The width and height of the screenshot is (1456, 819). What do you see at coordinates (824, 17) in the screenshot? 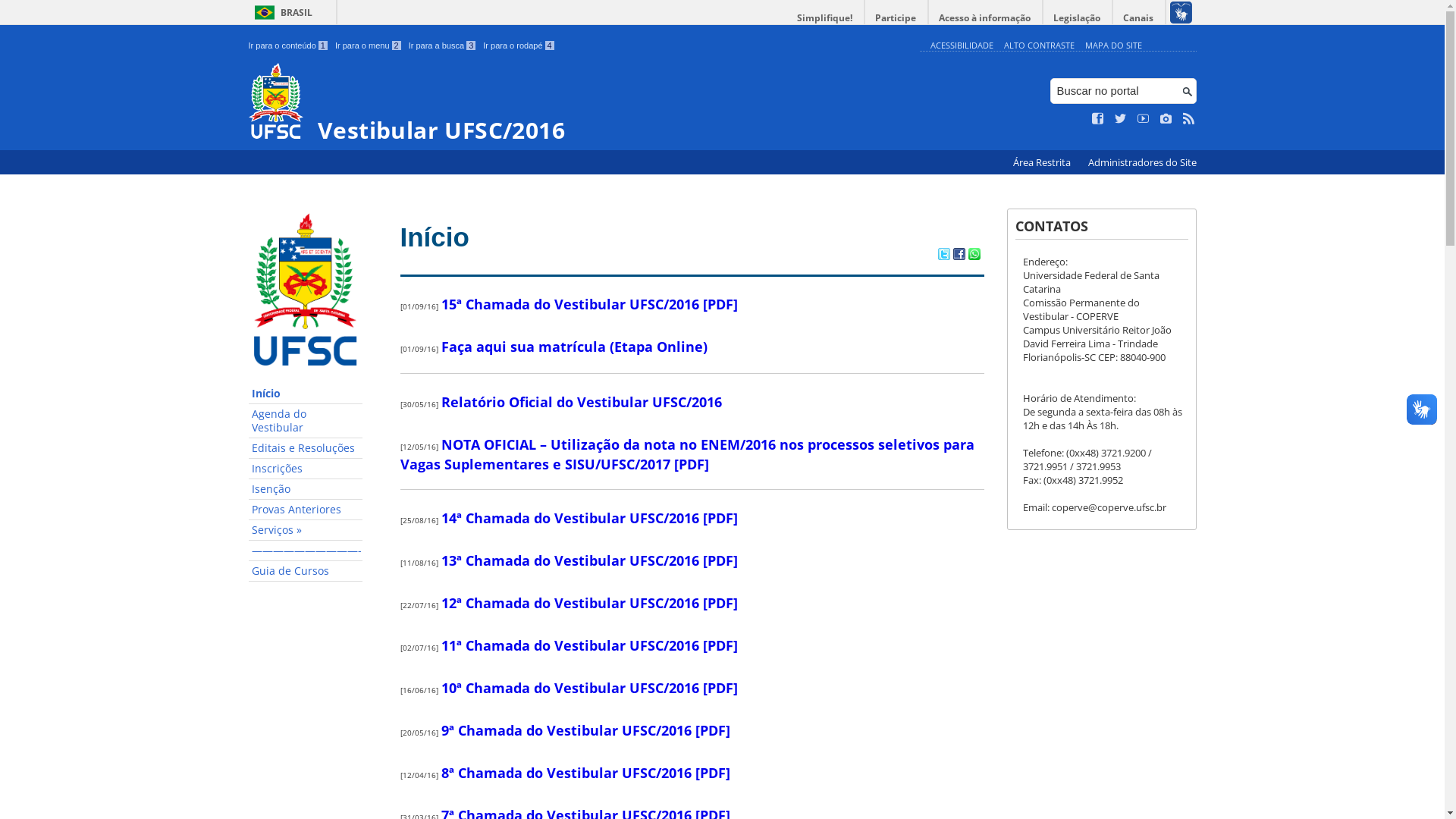
I see `'Simplifique!'` at bounding box center [824, 17].